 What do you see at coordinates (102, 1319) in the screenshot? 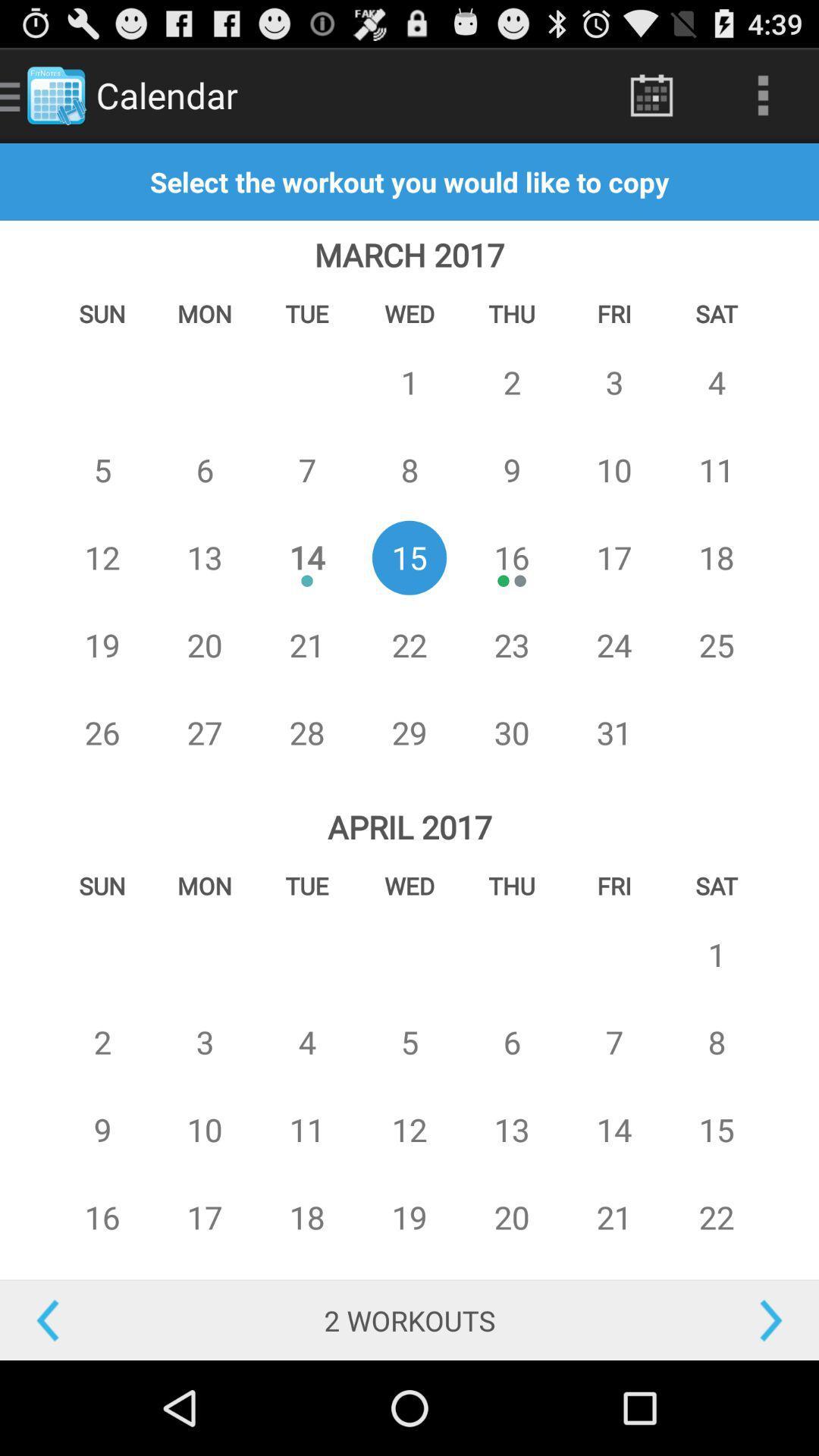
I see `go back` at bounding box center [102, 1319].